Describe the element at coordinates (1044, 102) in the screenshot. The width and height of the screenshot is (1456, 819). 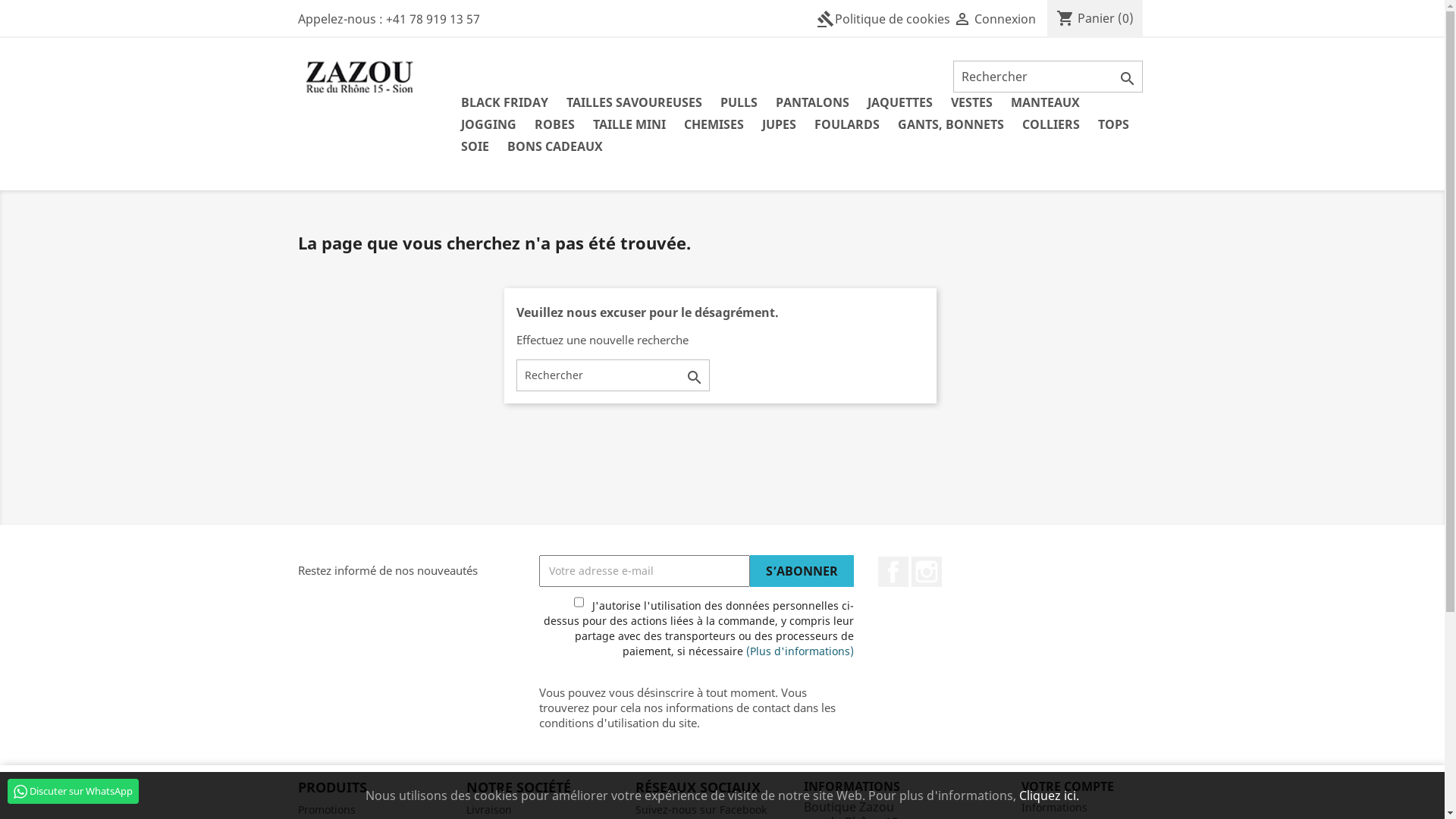
I see `'MANTEAUX'` at that location.